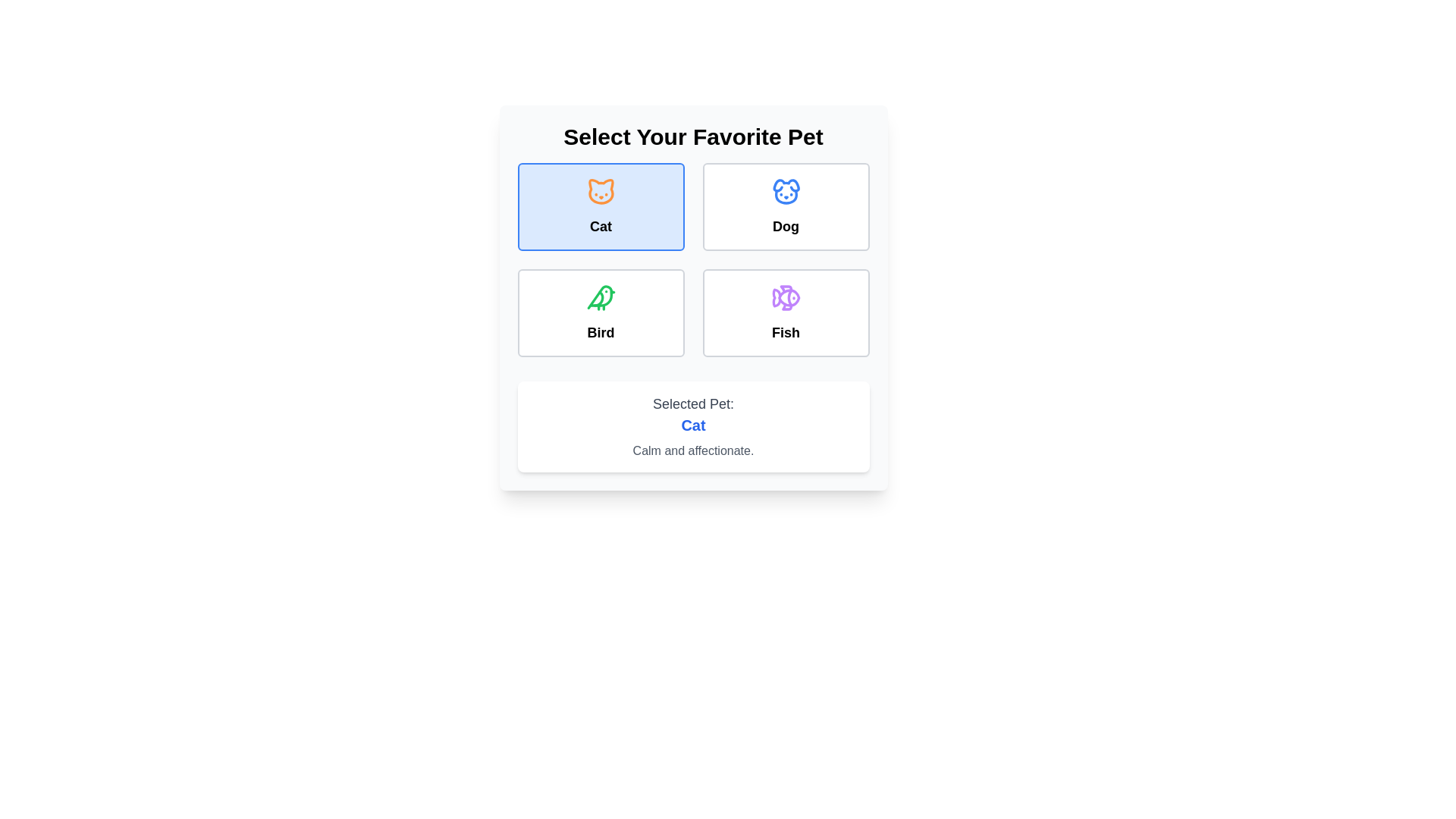 The image size is (1456, 819). Describe the element at coordinates (786, 332) in the screenshot. I see `text label that represents the option 'Fish', located in the bottom-right card of a 2x2 grid layout, beneath the 'Dog' card and next to the 'Bird' card` at that location.